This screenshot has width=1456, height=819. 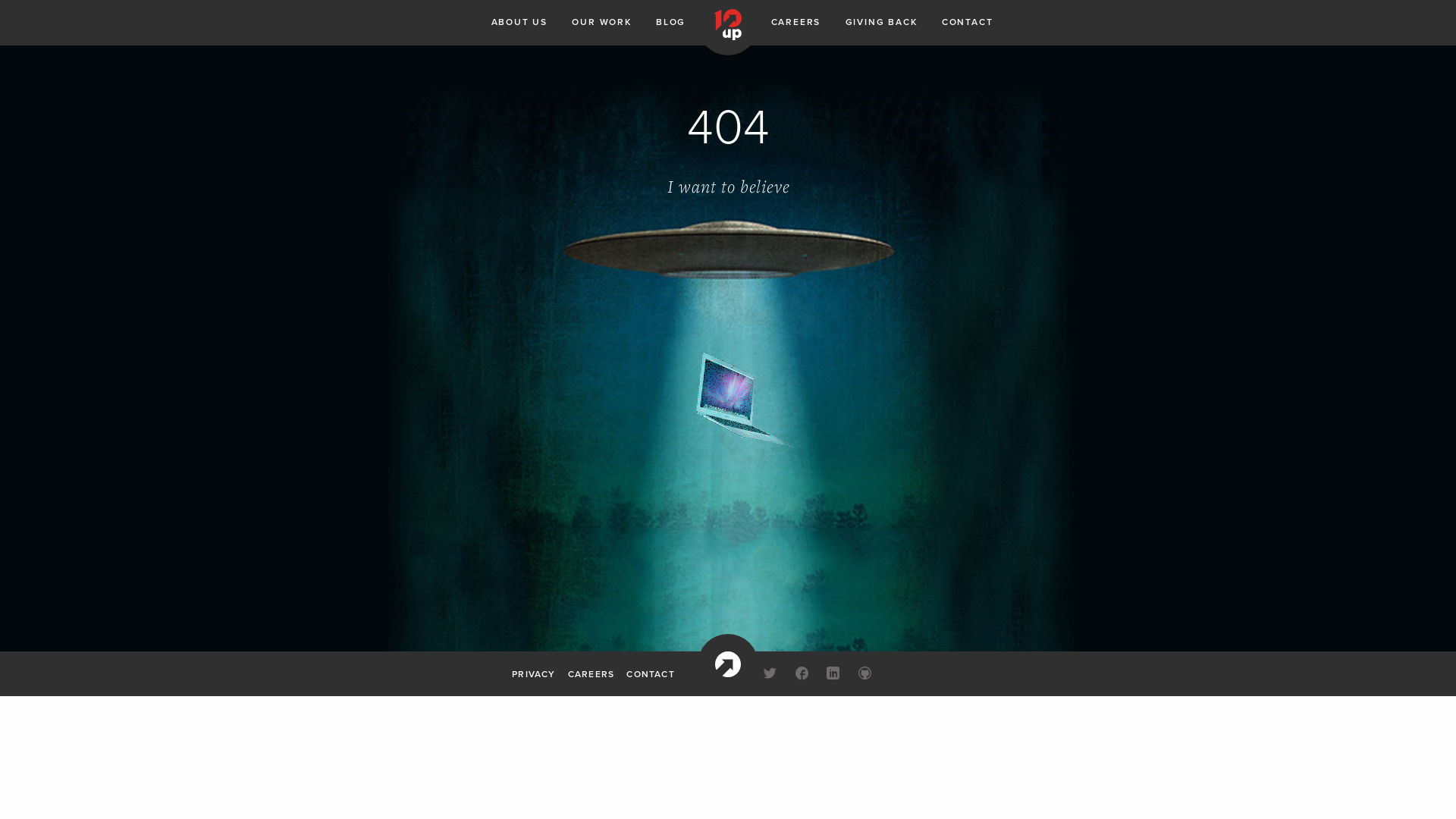 What do you see at coordinates (967, 22) in the screenshot?
I see `'CONTACT'` at bounding box center [967, 22].